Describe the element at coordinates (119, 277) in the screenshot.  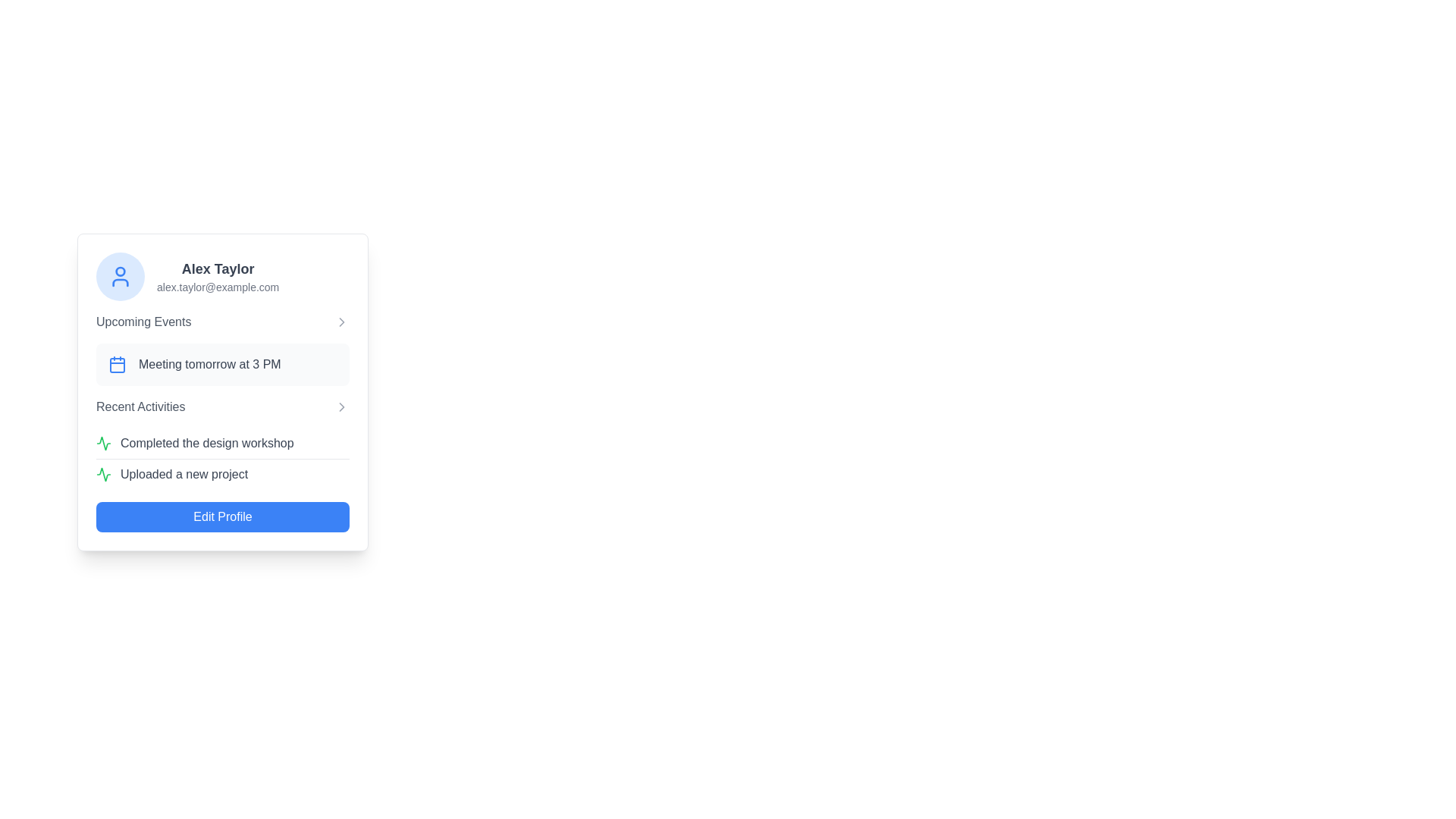
I see `the profile picture placeholder icon for user 'Alex Taylor' located in the top-left corner of the user details card` at that location.